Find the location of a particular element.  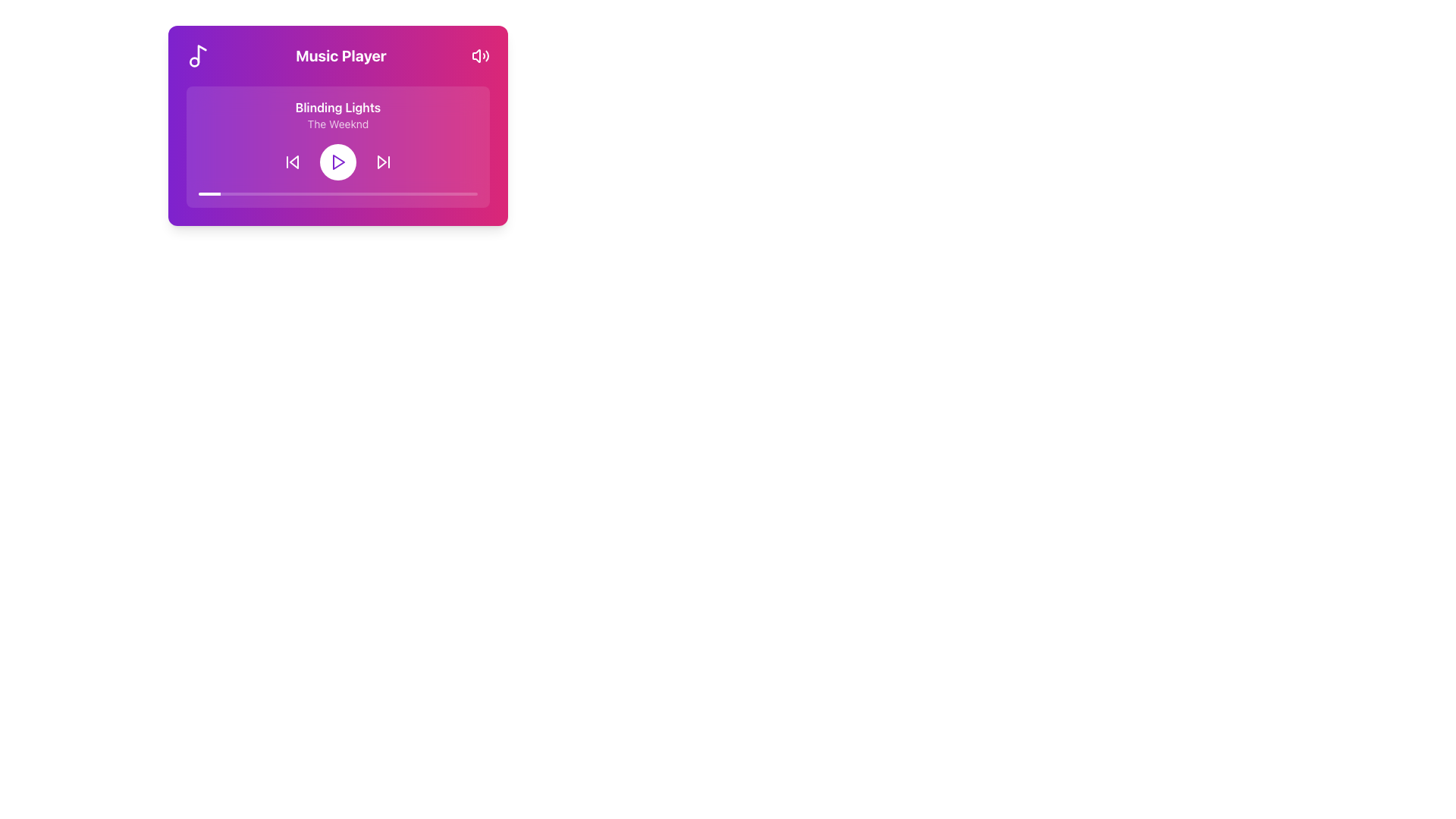

the decorative music icon located in the top-left corner of the music player interface for potential actions is located at coordinates (201, 53).